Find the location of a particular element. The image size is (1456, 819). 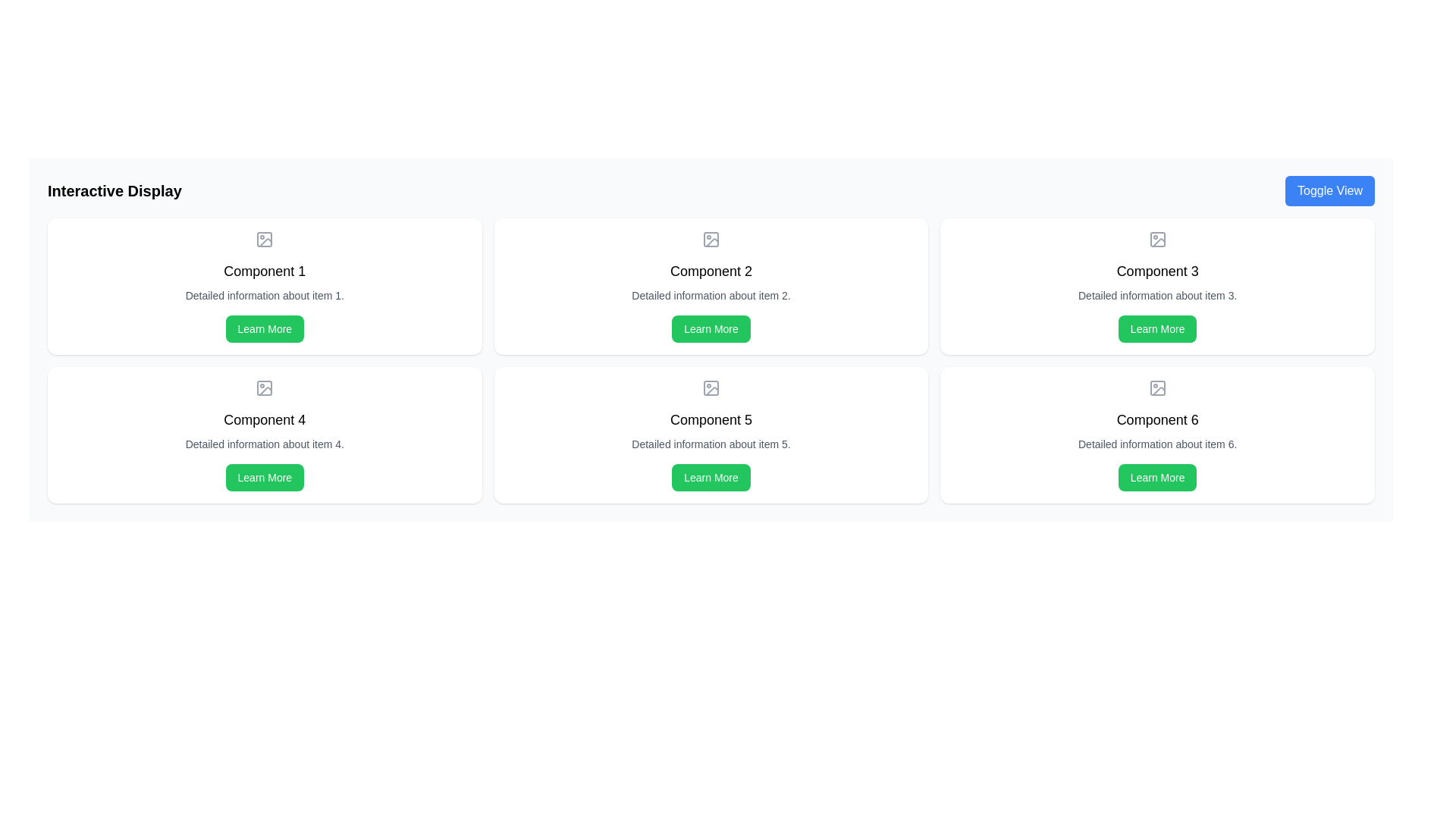

keyboard navigation is located at coordinates (710, 328).